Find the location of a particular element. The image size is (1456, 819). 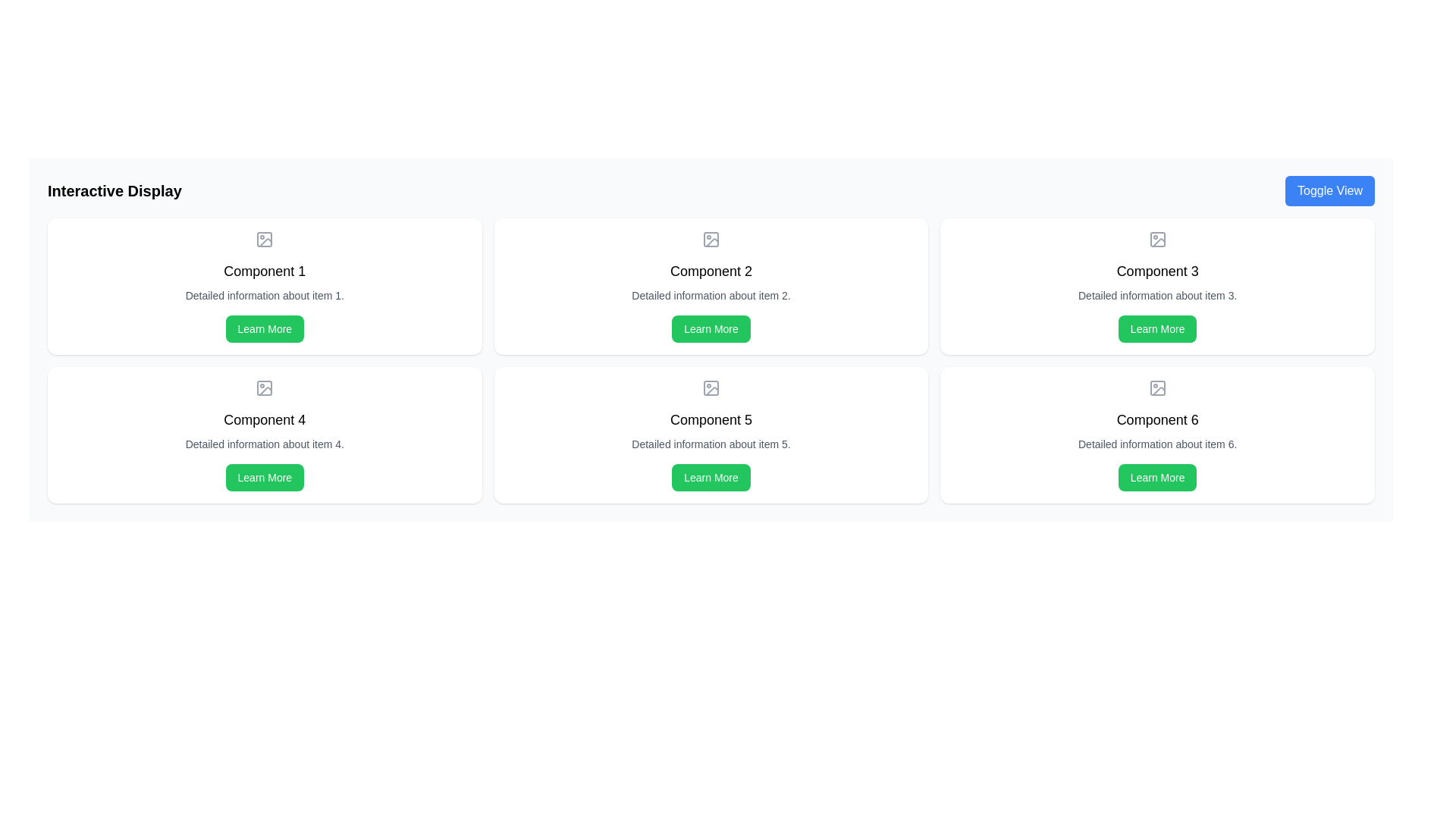

keyboard navigation is located at coordinates (710, 328).